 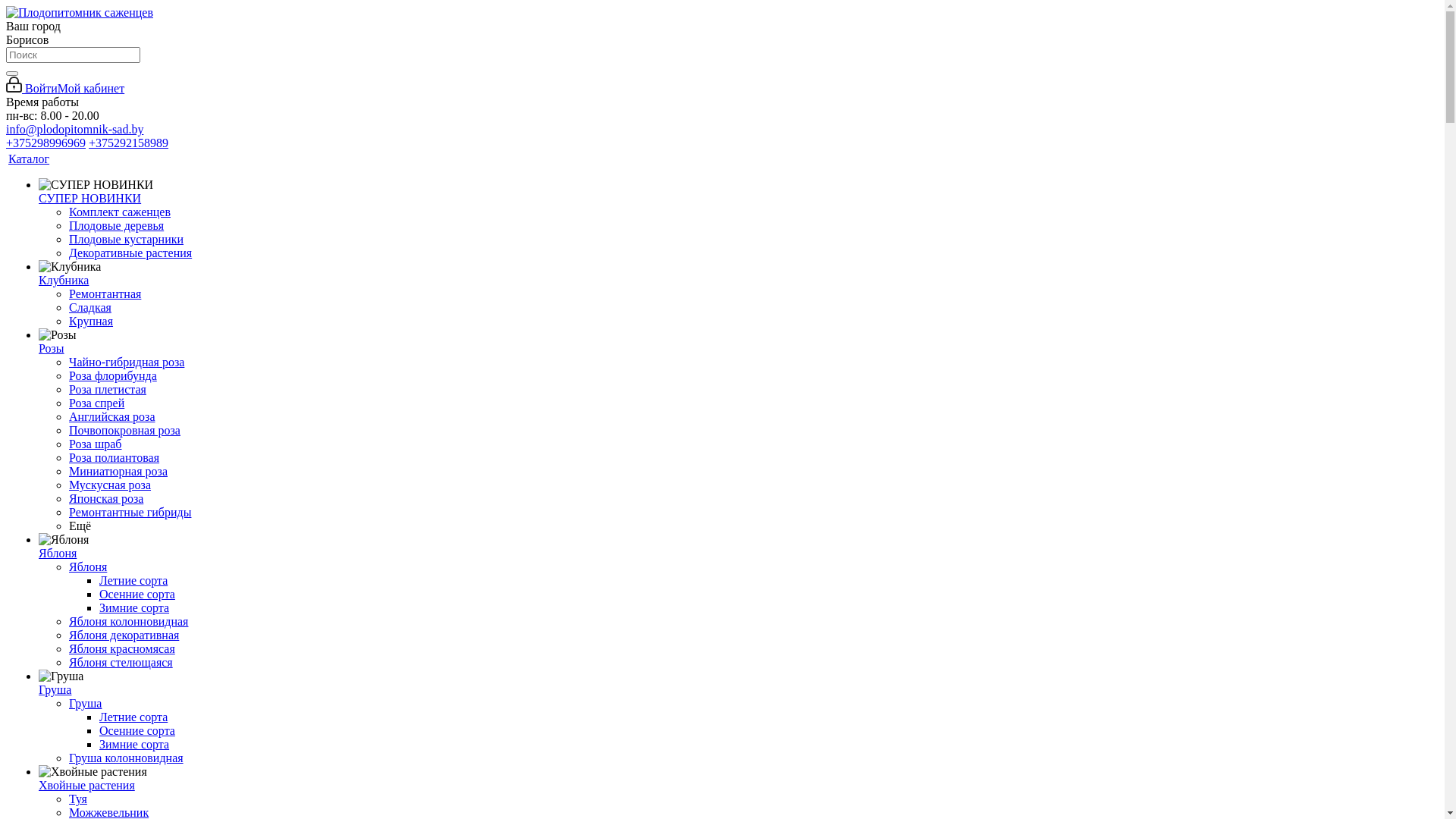 I want to click on '+375298996969', so click(x=45, y=143).